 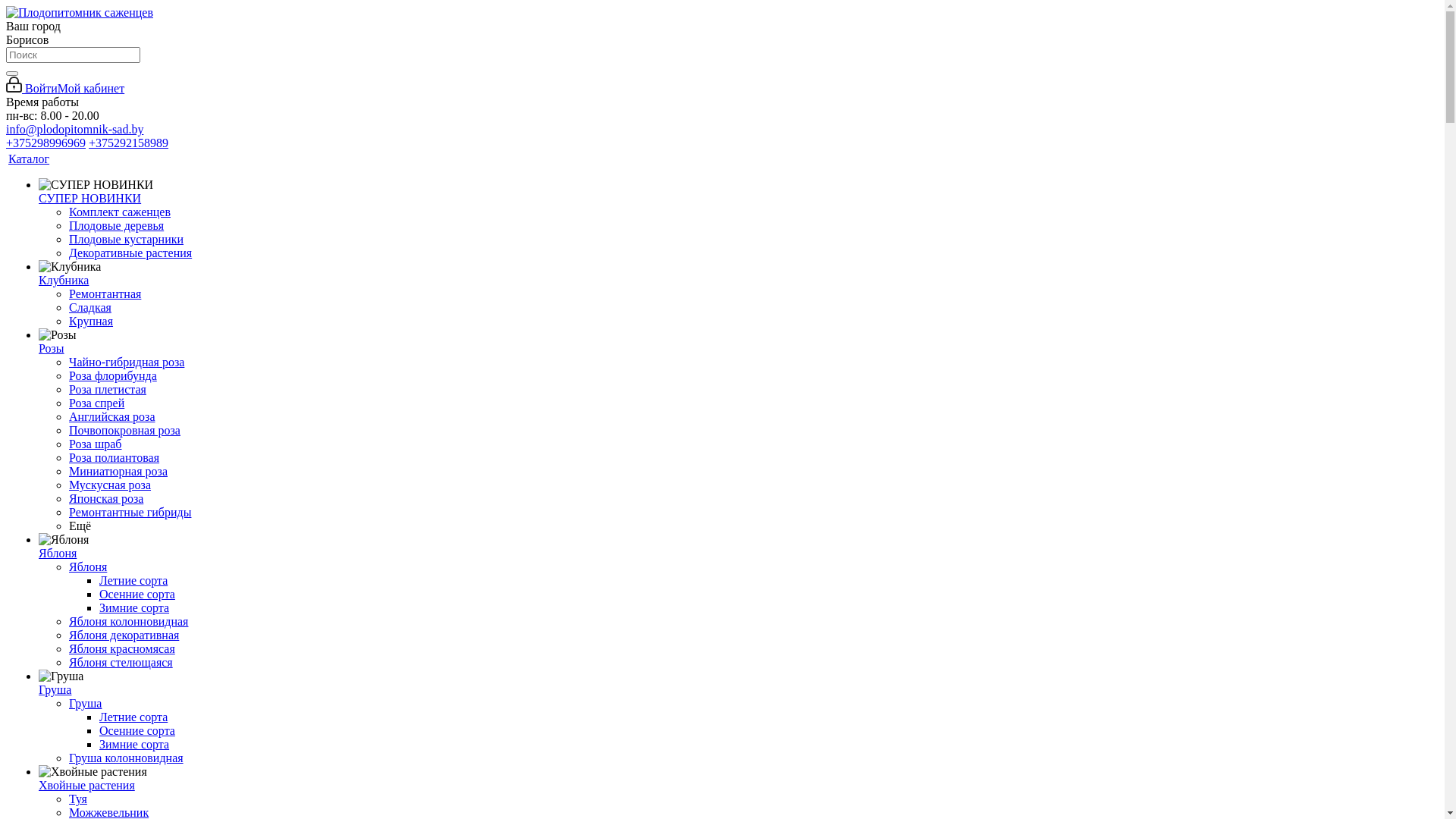 I want to click on '+375298996969', so click(x=45, y=143).